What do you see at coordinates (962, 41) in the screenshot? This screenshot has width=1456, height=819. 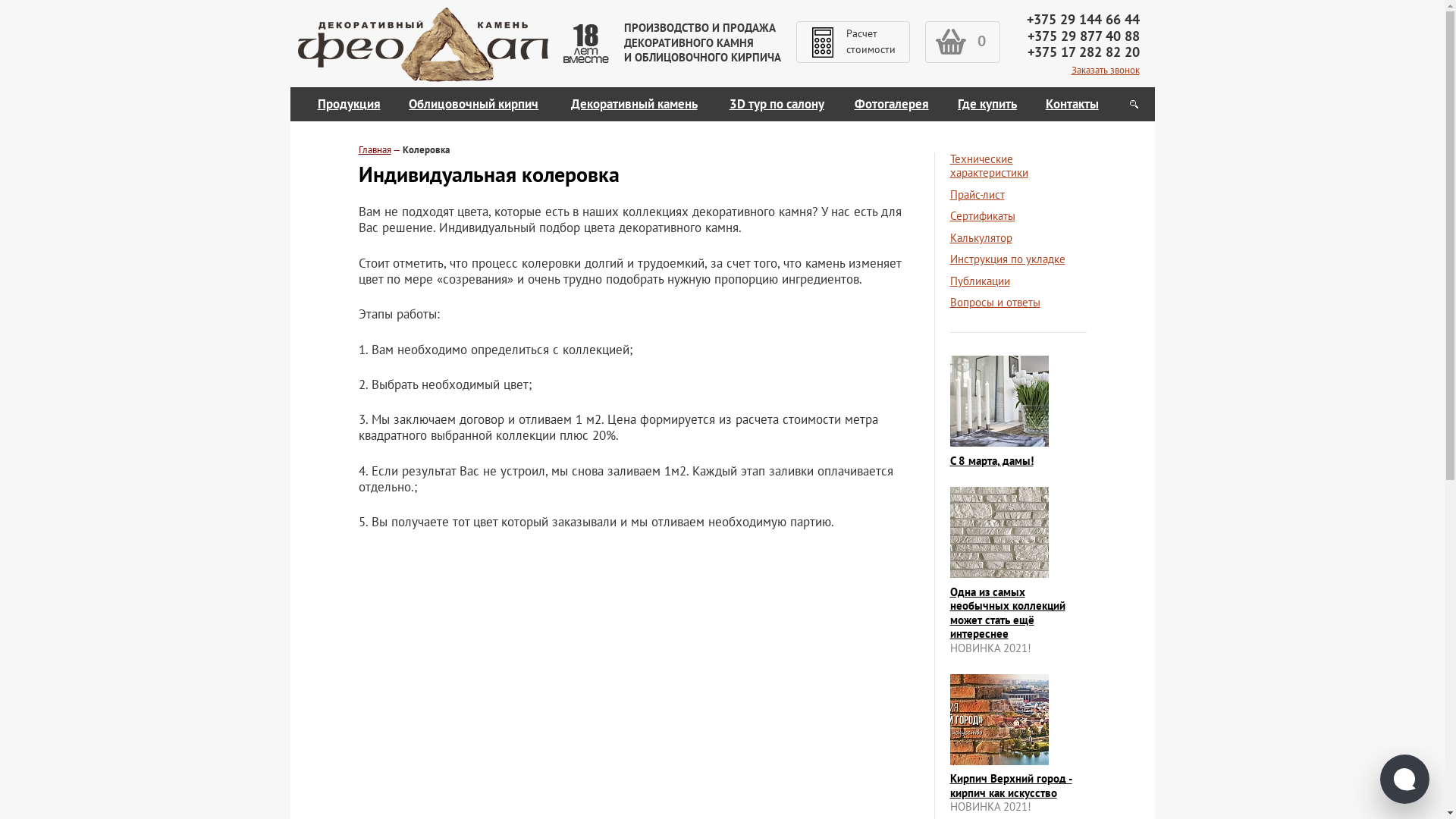 I see `'0'` at bounding box center [962, 41].